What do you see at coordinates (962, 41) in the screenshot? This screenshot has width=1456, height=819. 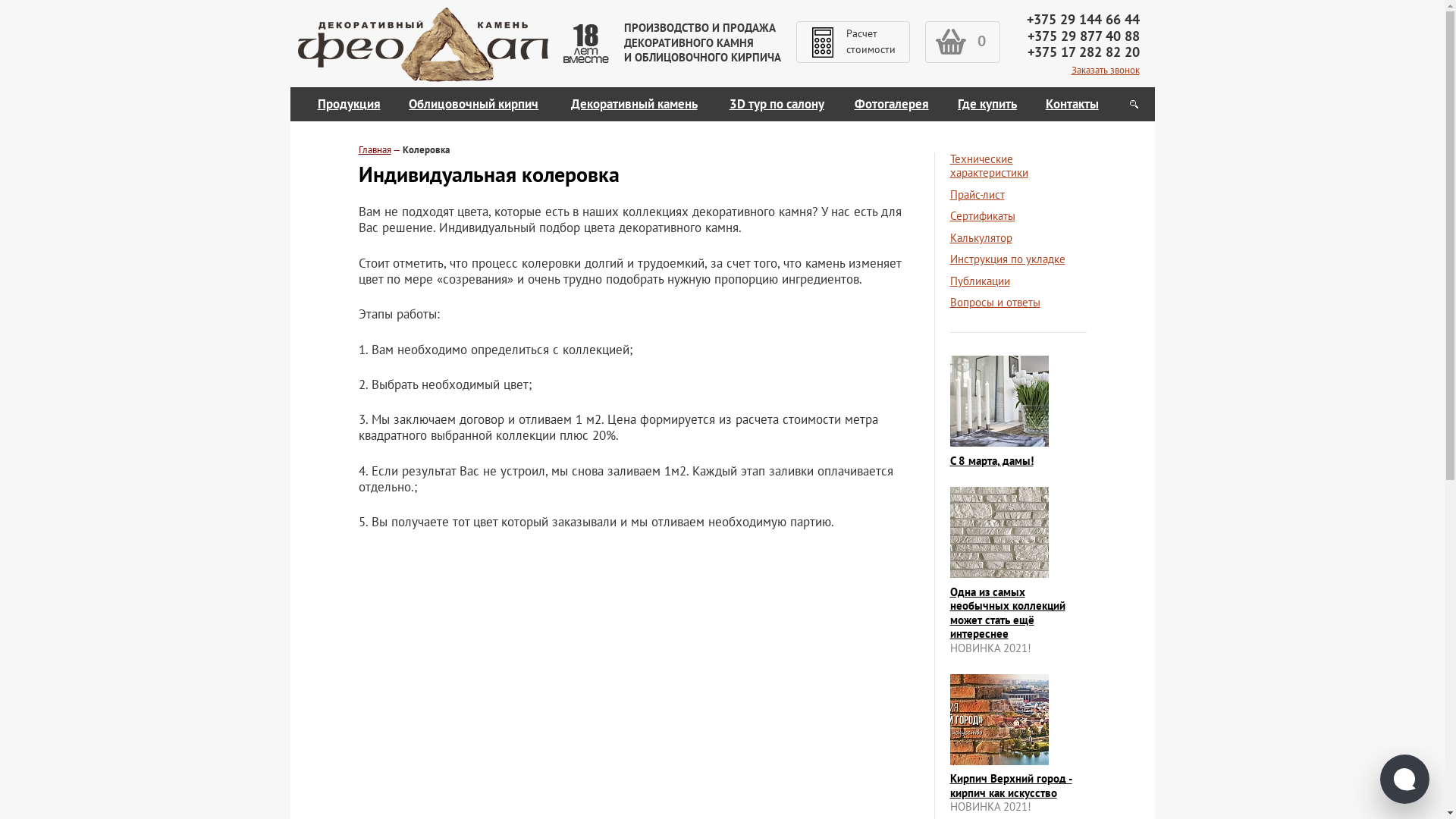 I see `'0'` at bounding box center [962, 41].